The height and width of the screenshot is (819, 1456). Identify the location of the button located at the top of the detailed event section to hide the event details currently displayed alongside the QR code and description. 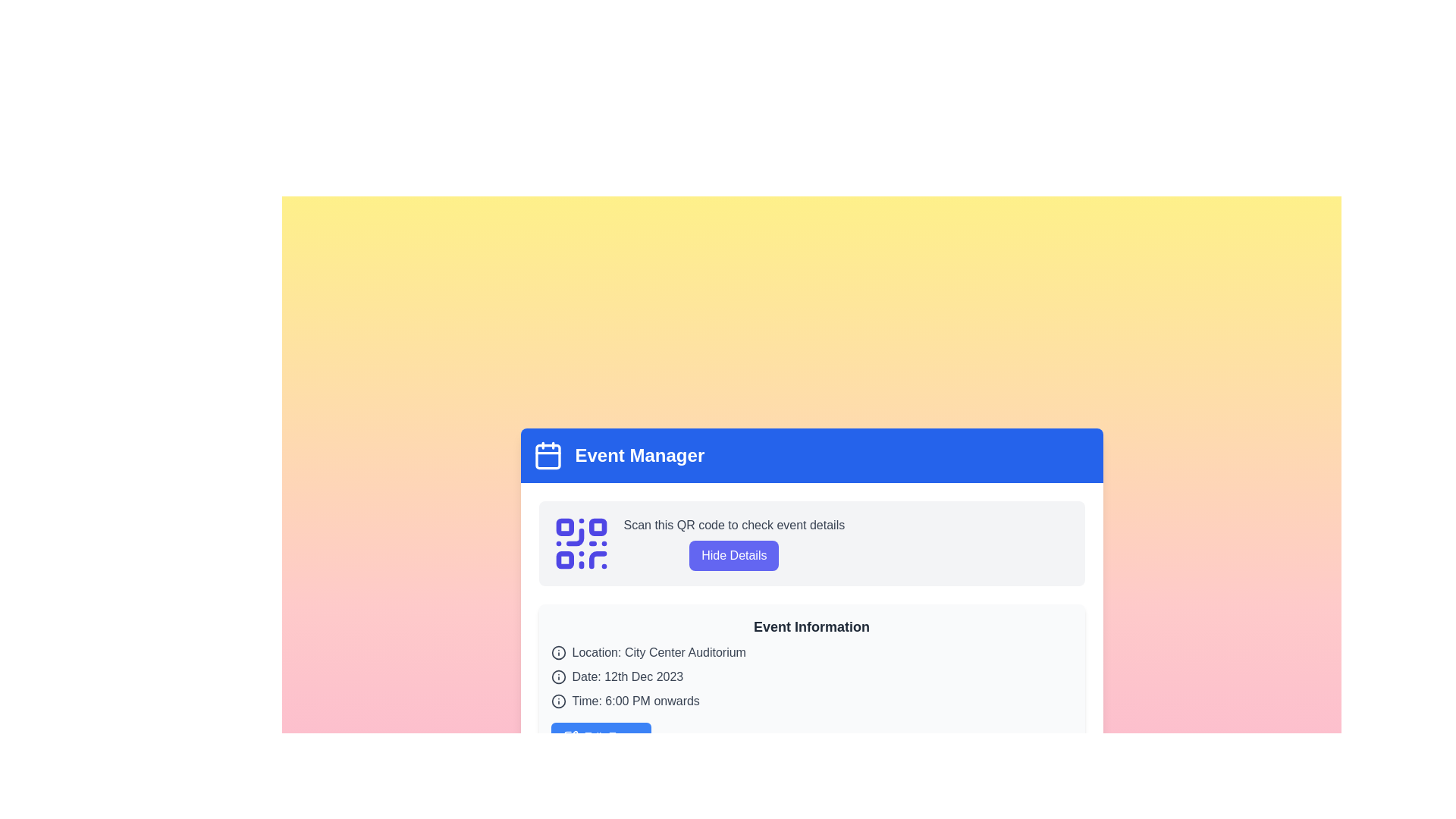
(697, 543).